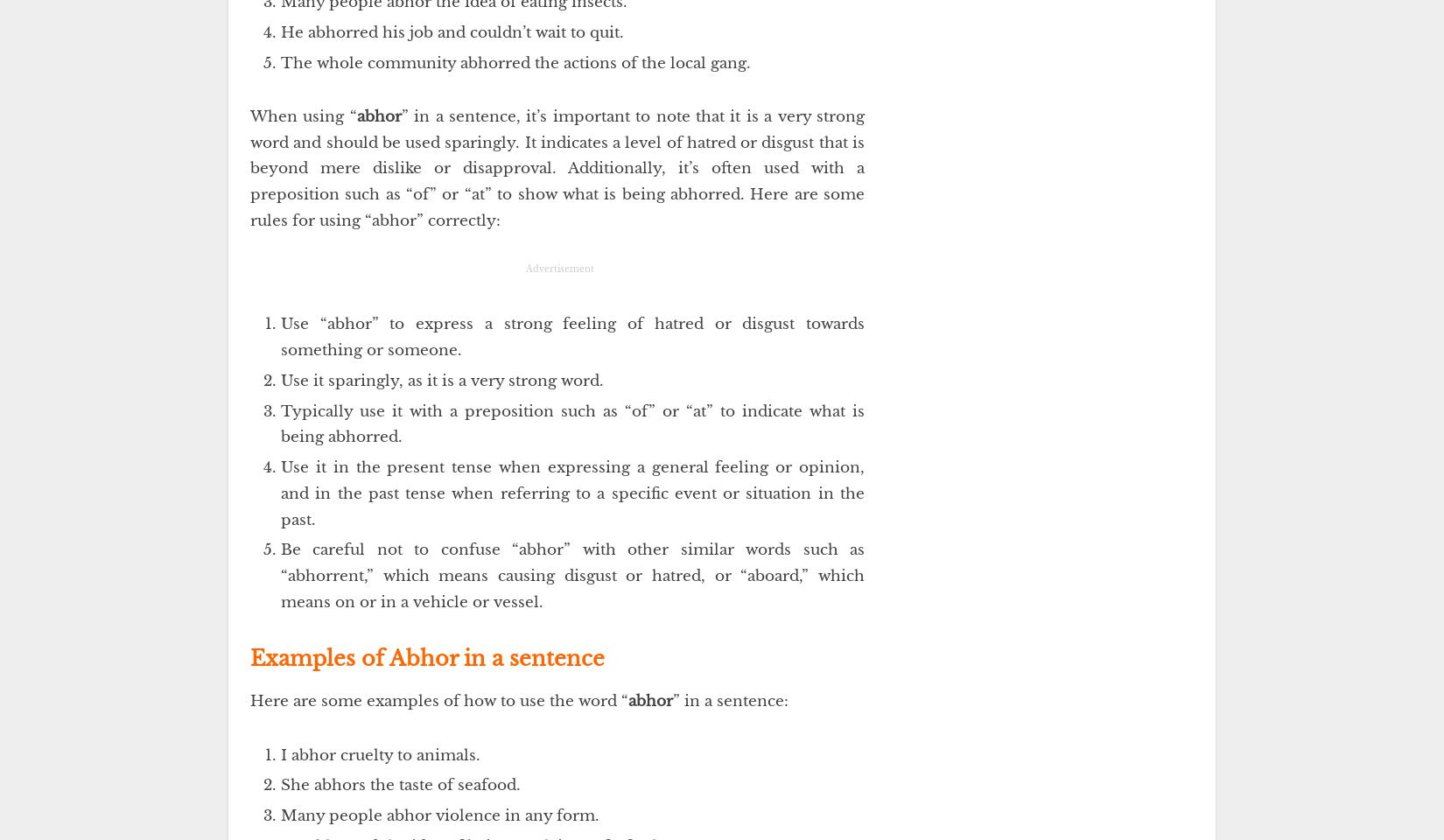 This screenshot has height=840, width=1444. Describe the element at coordinates (558, 269) in the screenshot. I see `'Advertisement'` at that location.